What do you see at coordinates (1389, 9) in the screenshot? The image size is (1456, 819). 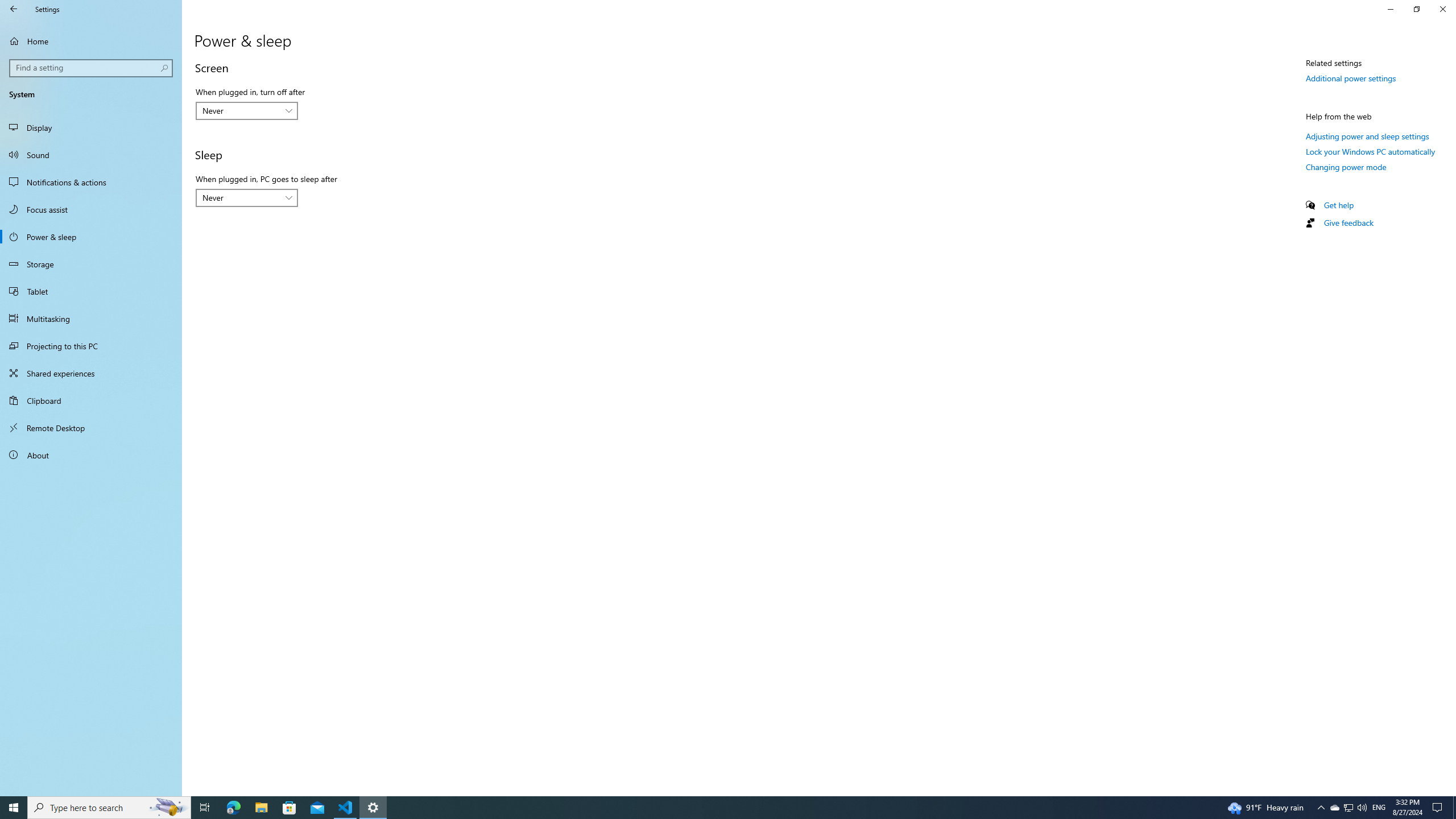 I see `'Minimize Settings'` at bounding box center [1389, 9].